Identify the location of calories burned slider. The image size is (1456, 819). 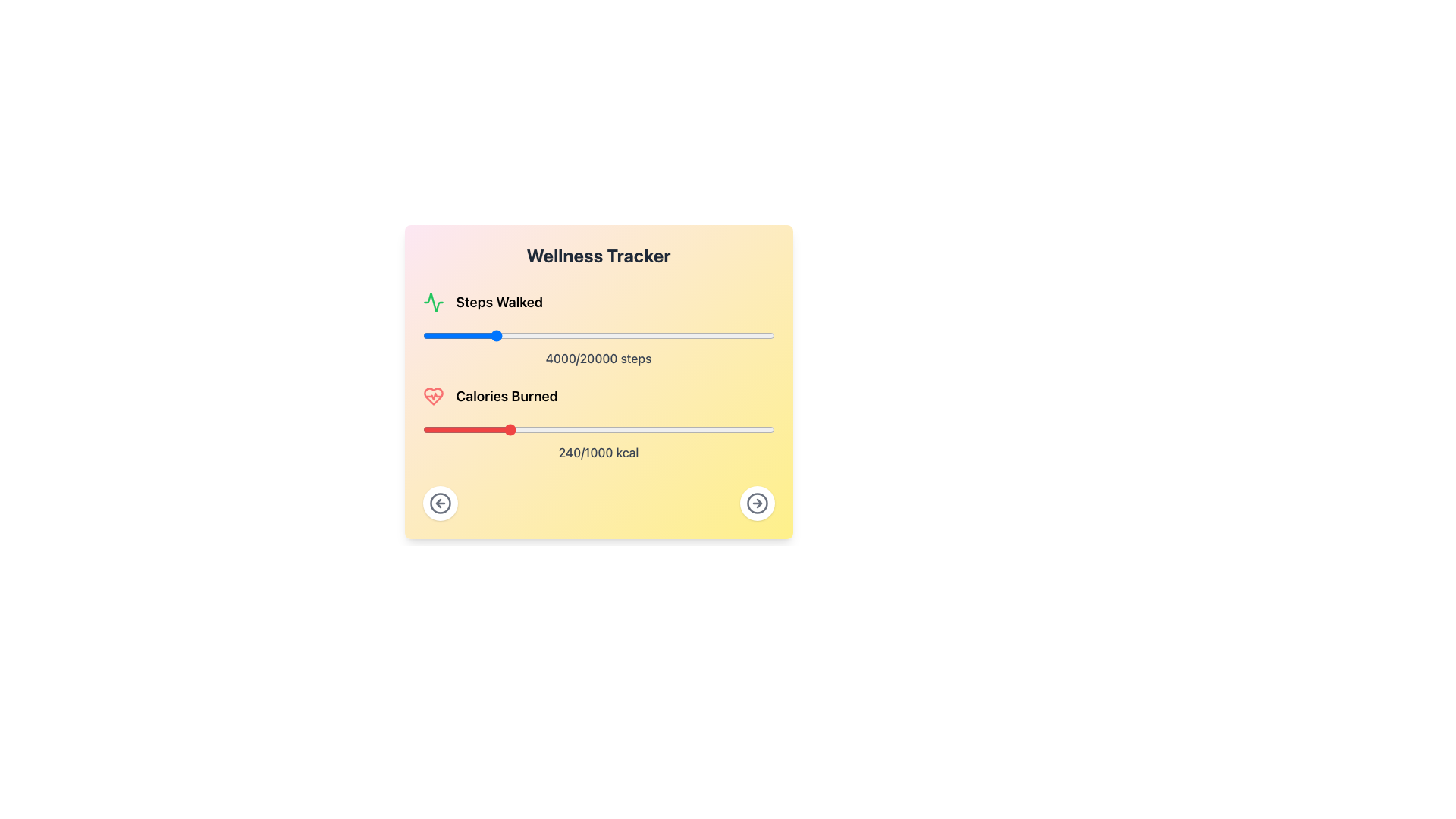
(670, 430).